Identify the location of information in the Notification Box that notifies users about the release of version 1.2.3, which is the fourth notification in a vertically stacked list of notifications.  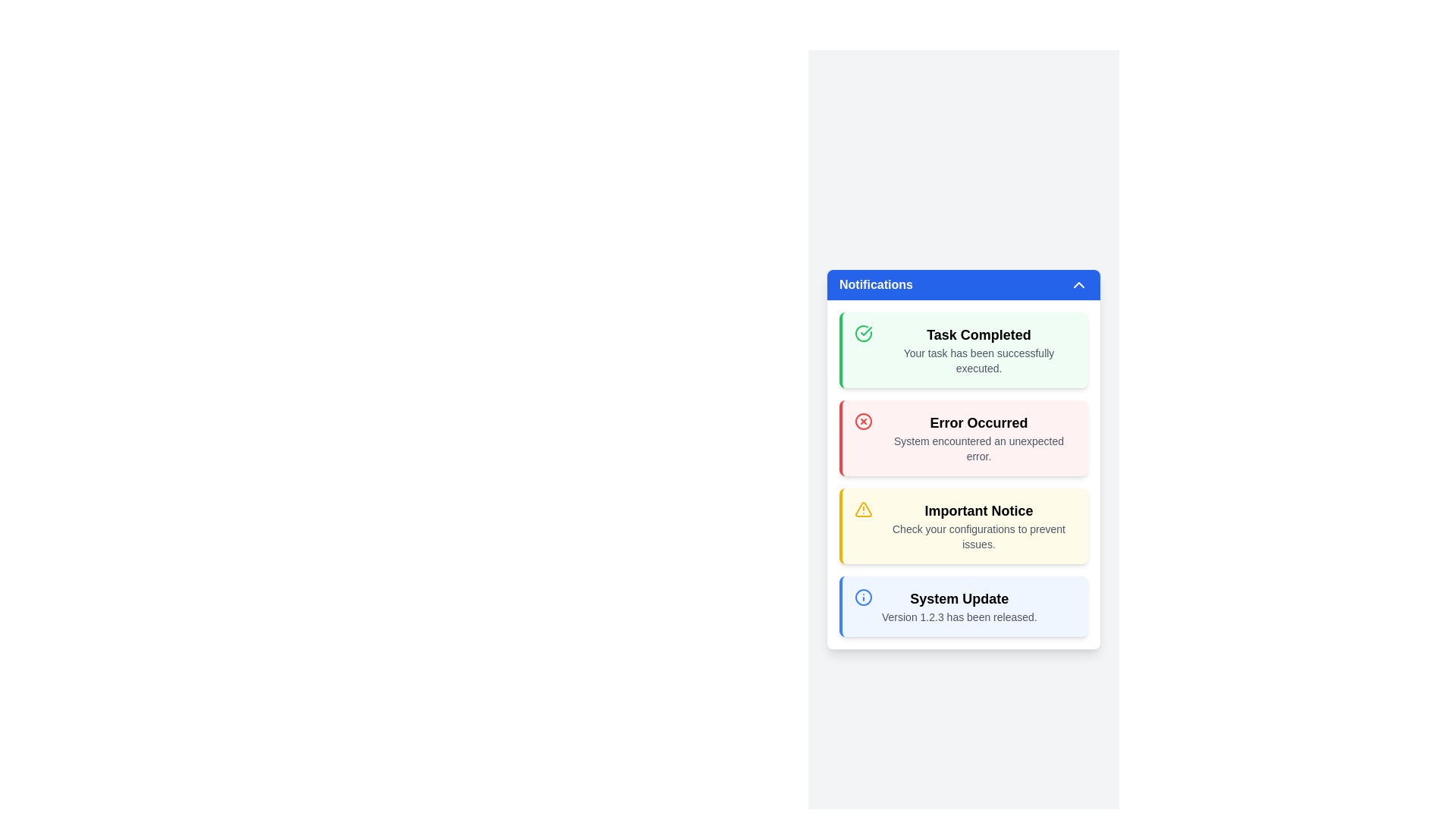
(963, 605).